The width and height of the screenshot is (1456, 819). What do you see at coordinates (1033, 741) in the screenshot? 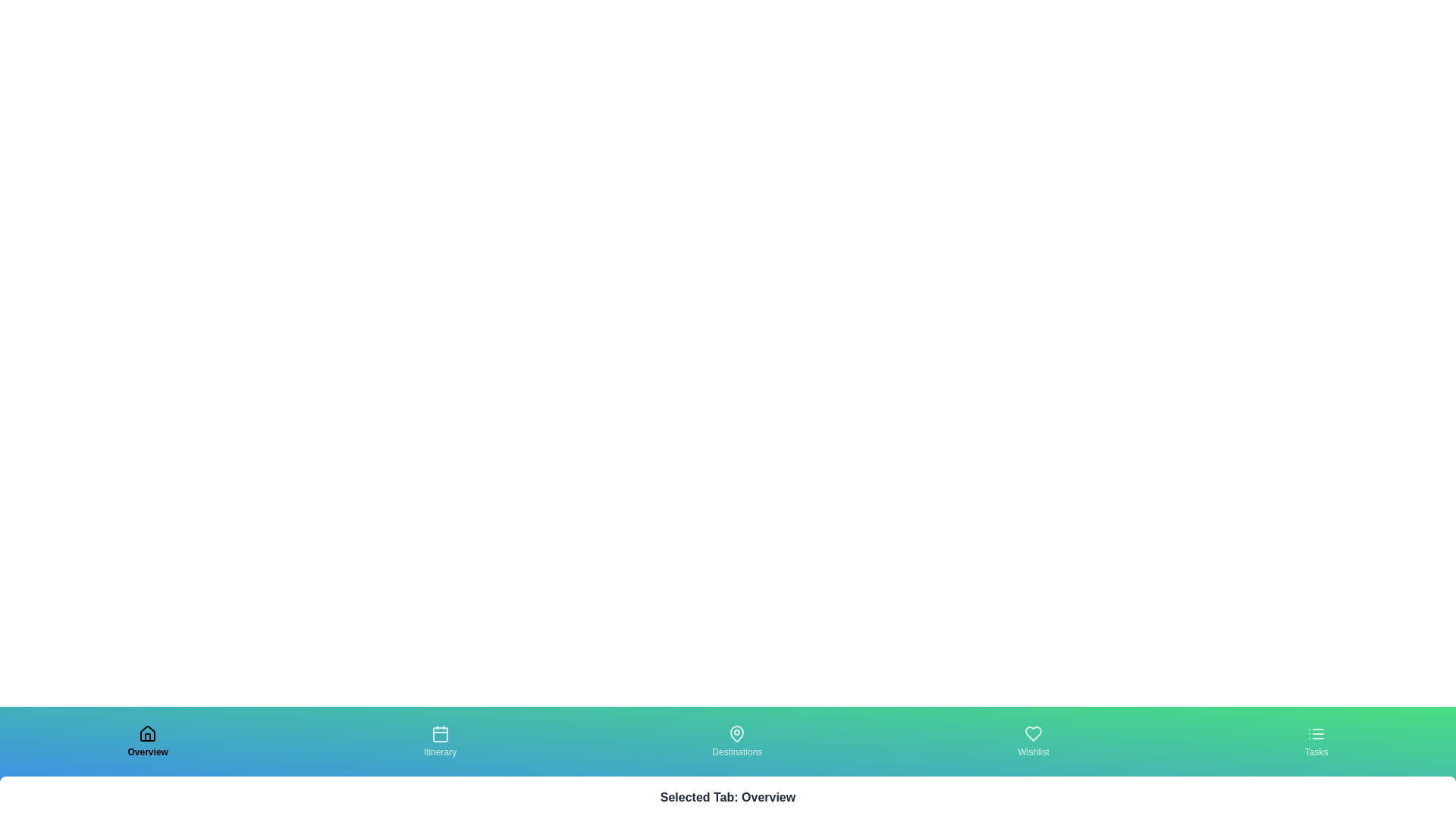
I see `the tab labeled Wishlist to observe its visual feedback` at bounding box center [1033, 741].